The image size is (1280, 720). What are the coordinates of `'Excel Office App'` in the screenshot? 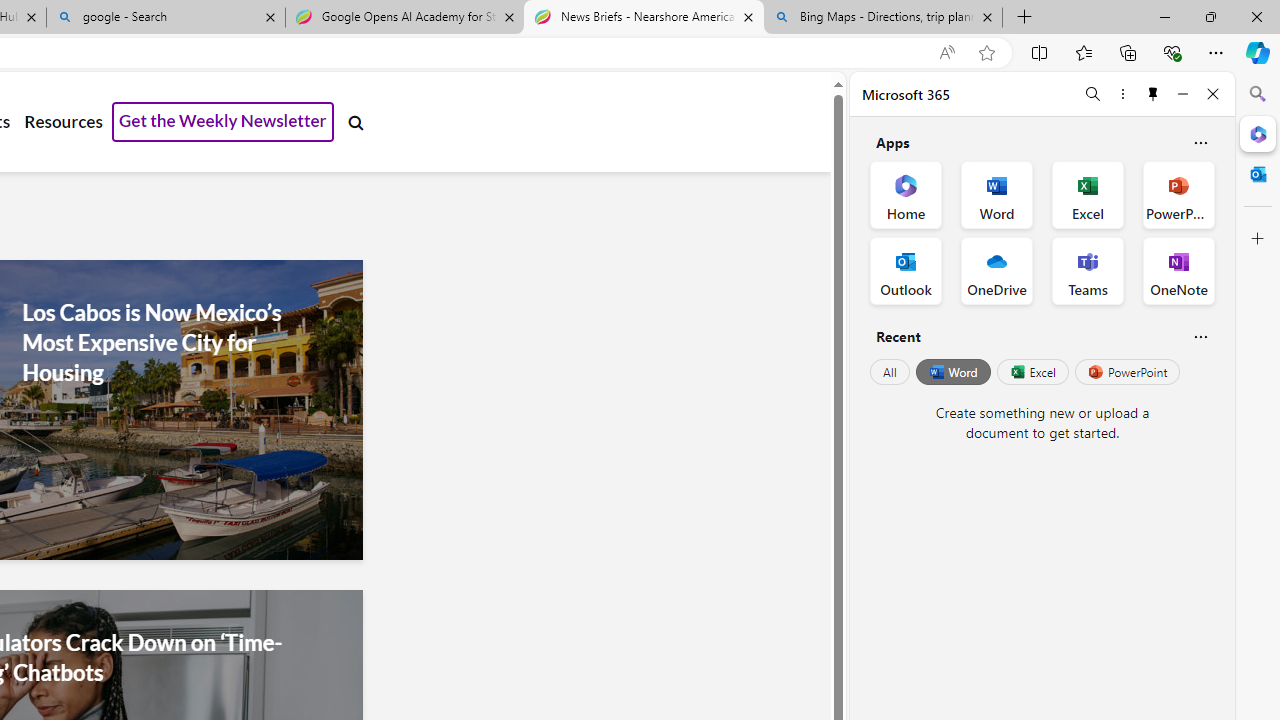 It's located at (1087, 195).